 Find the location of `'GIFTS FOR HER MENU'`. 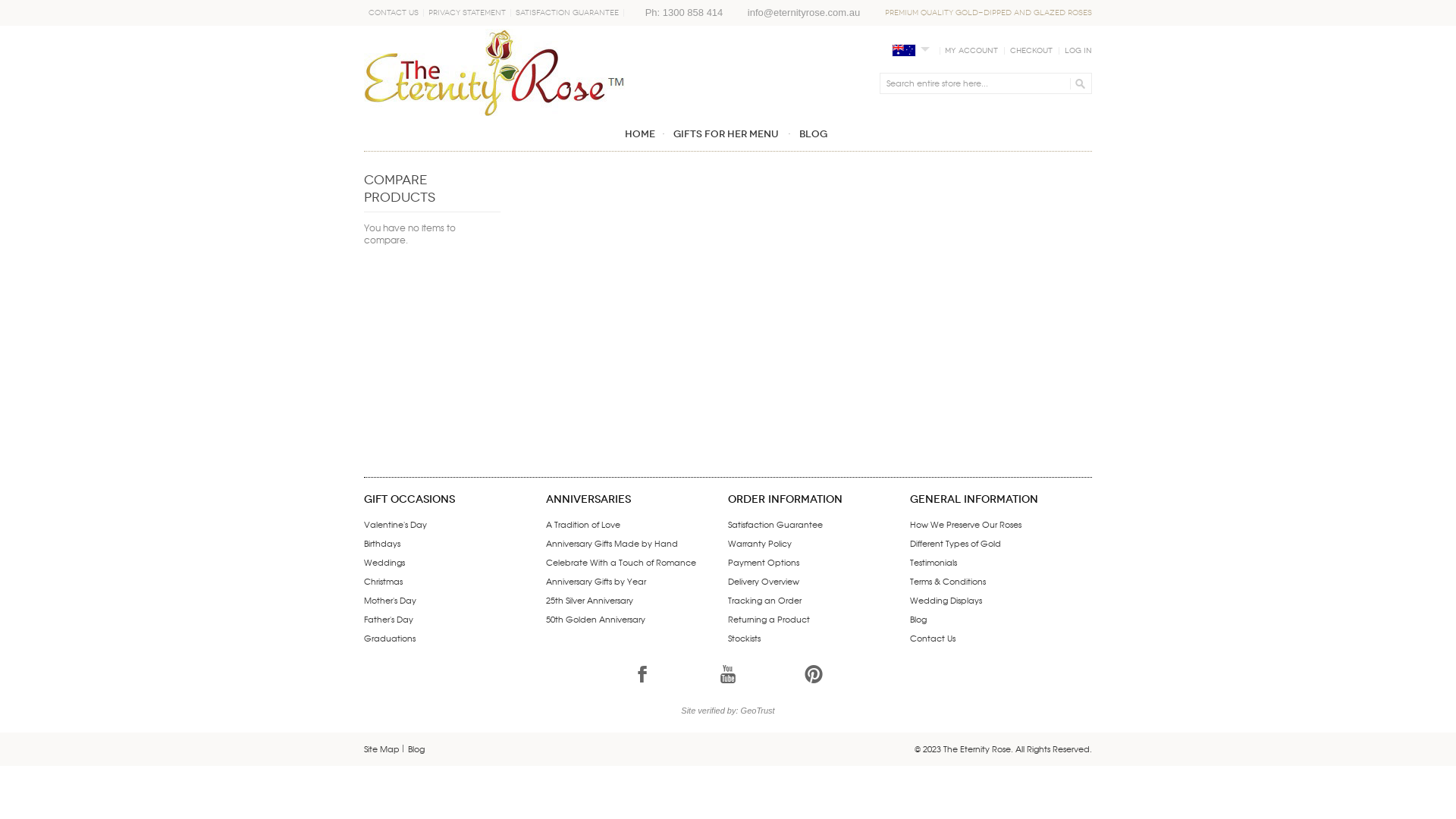

'GIFTS FOR HER MENU' is located at coordinates (725, 133).